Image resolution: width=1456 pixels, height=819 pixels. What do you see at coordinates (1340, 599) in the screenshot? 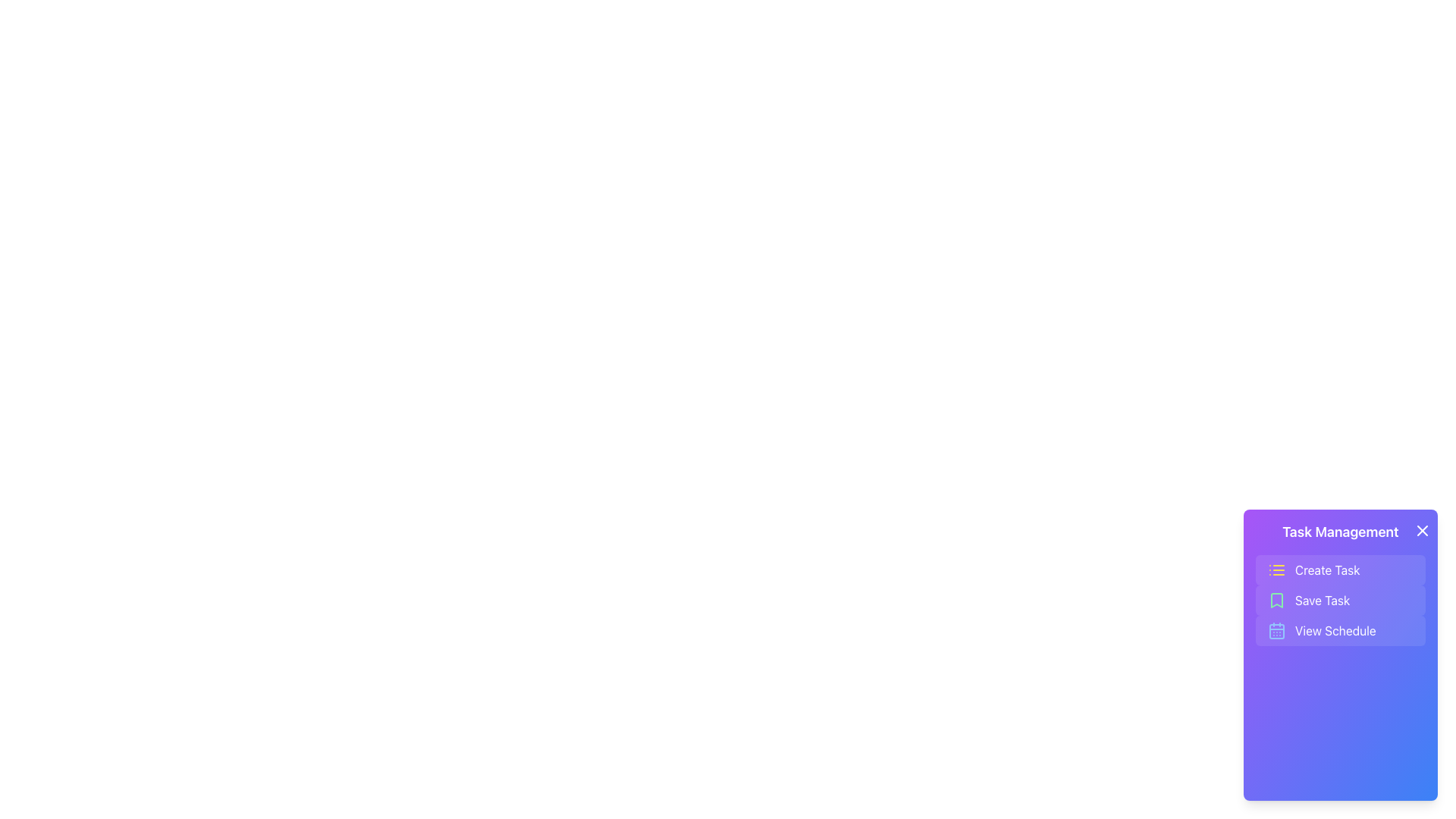
I see `the 'Save Task' button, which is a rectangular button with a soft rounded border, a purple gradient background, a green bookmark icon, and white sans-serif text` at bounding box center [1340, 599].